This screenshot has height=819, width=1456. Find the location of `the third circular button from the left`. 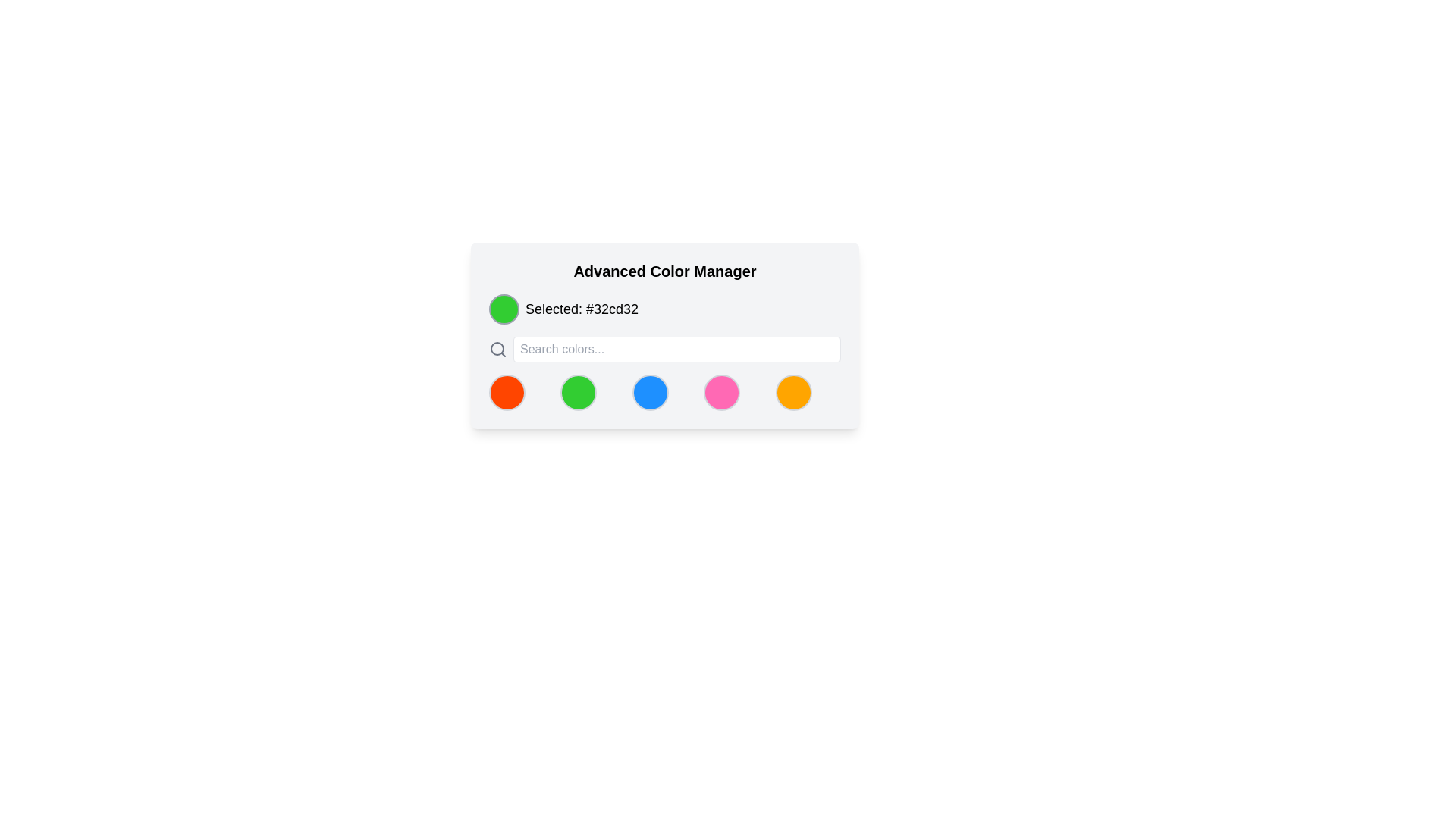

the third circular button from the left is located at coordinates (650, 391).